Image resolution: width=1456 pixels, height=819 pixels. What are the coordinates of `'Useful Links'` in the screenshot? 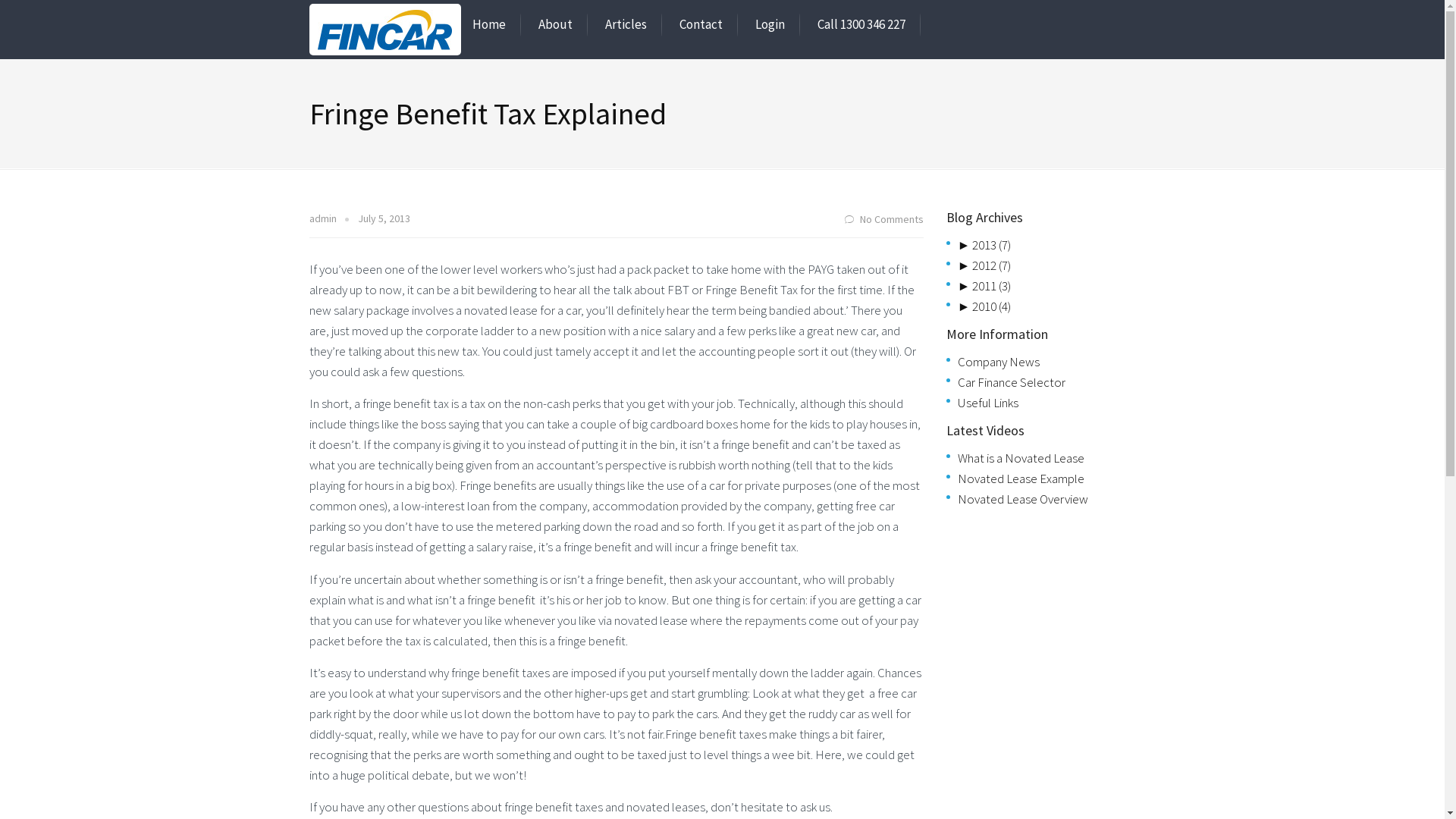 It's located at (987, 402).